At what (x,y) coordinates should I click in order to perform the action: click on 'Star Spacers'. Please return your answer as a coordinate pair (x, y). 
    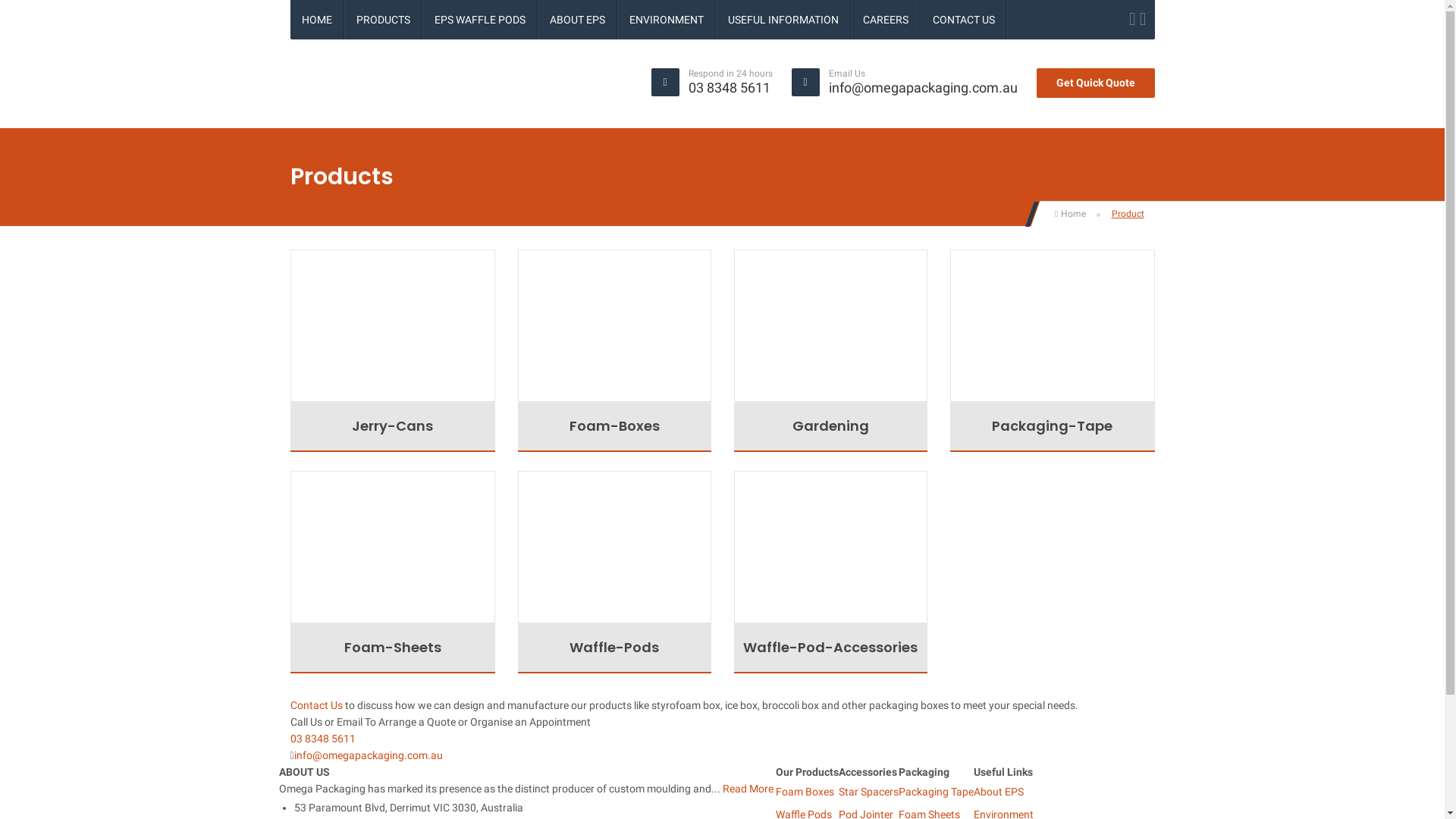
    Looking at the image, I should click on (868, 791).